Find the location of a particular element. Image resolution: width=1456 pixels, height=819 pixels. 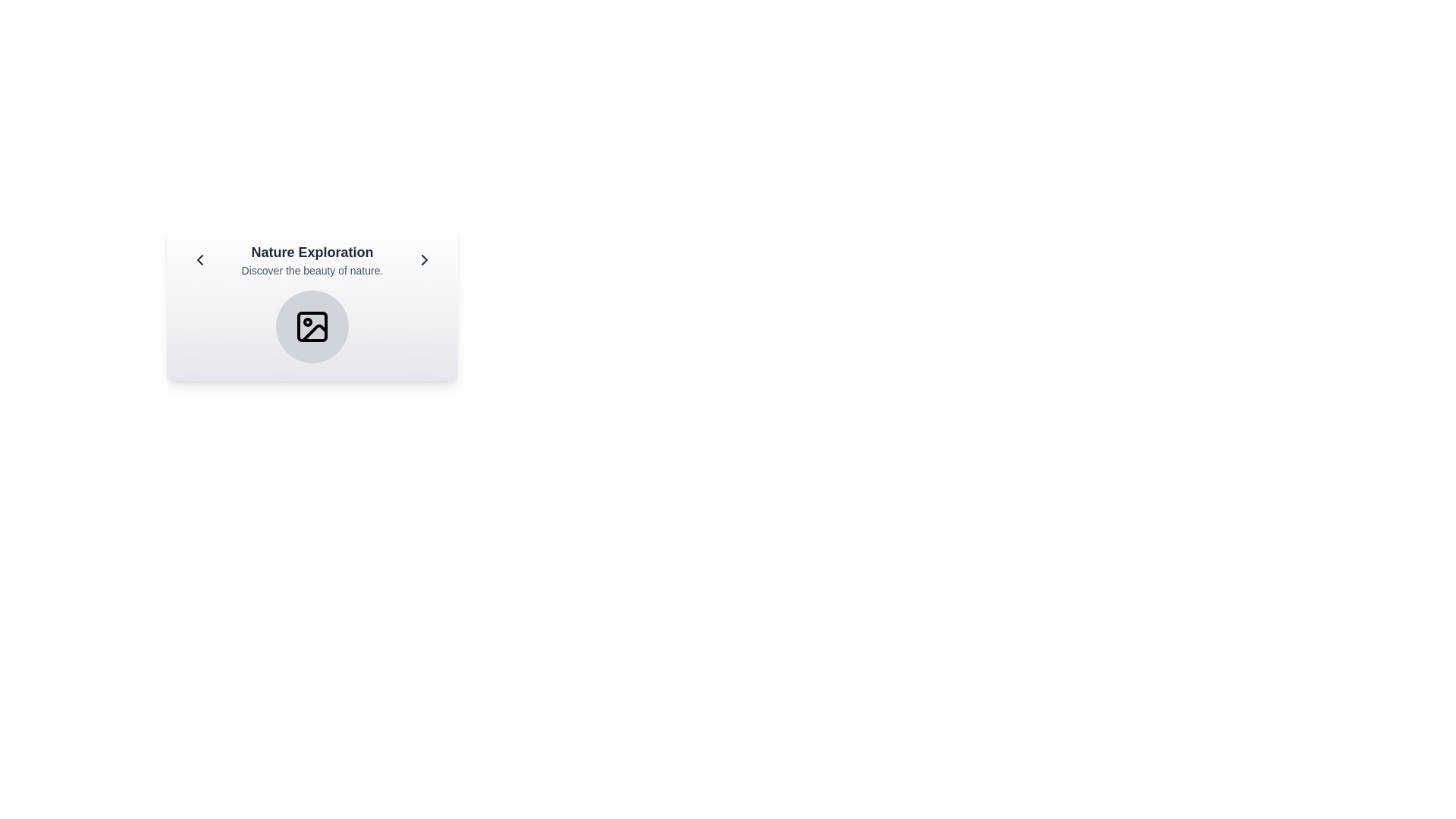

the nature exploration icon, which is a decorative photo/image icon centered inside a gray circular area beneath the 'Nature Exploration' title and description text is located at coordinates (312, 326).